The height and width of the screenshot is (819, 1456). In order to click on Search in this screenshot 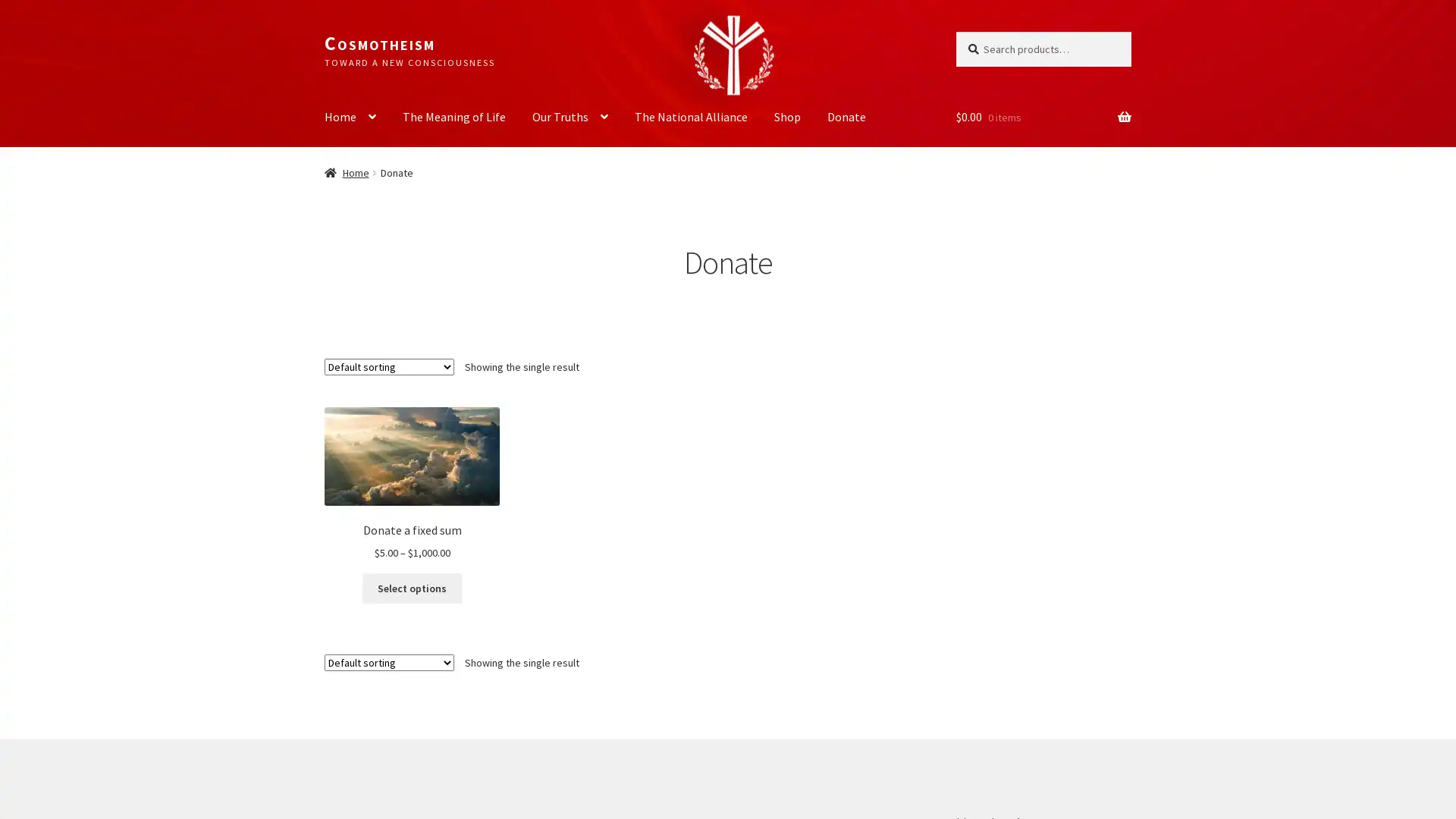, I will do `click(954, 30)`.